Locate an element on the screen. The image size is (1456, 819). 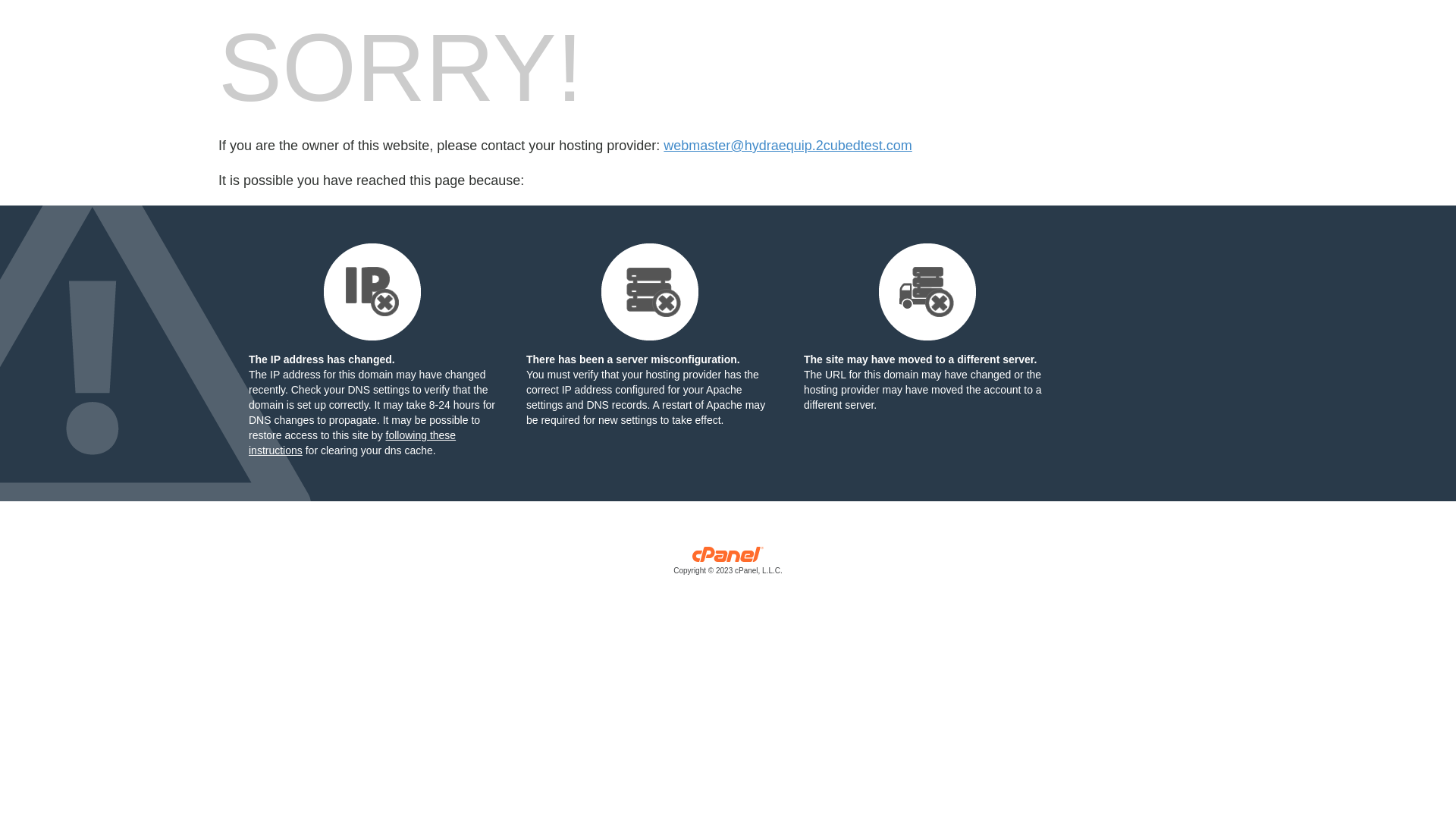
'webmaster@hydraequip.2cubedtest.com' is located at coordinates (787, 146).